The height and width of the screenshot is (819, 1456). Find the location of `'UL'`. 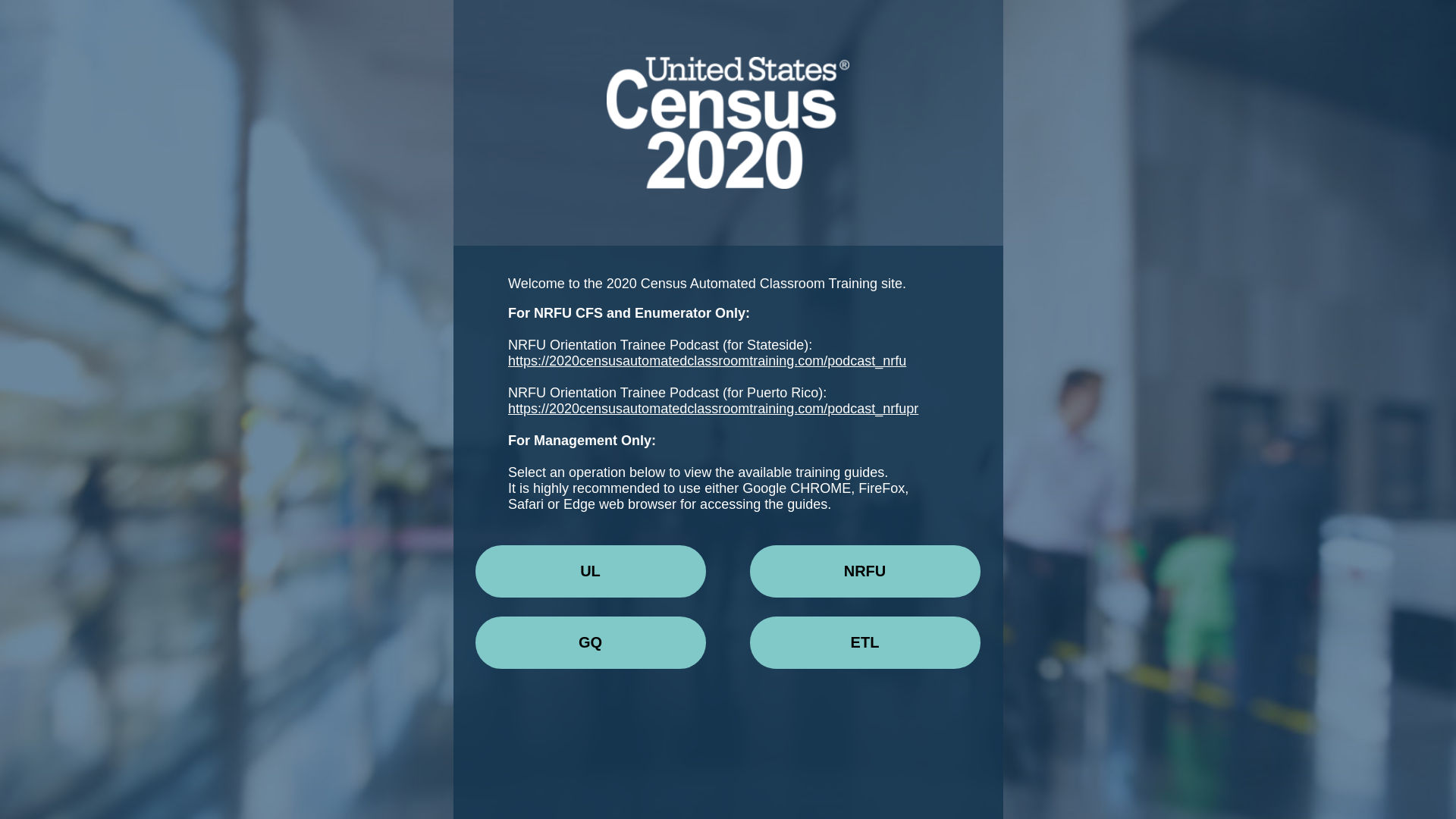

'UL' is located at coordinates (588, 571).